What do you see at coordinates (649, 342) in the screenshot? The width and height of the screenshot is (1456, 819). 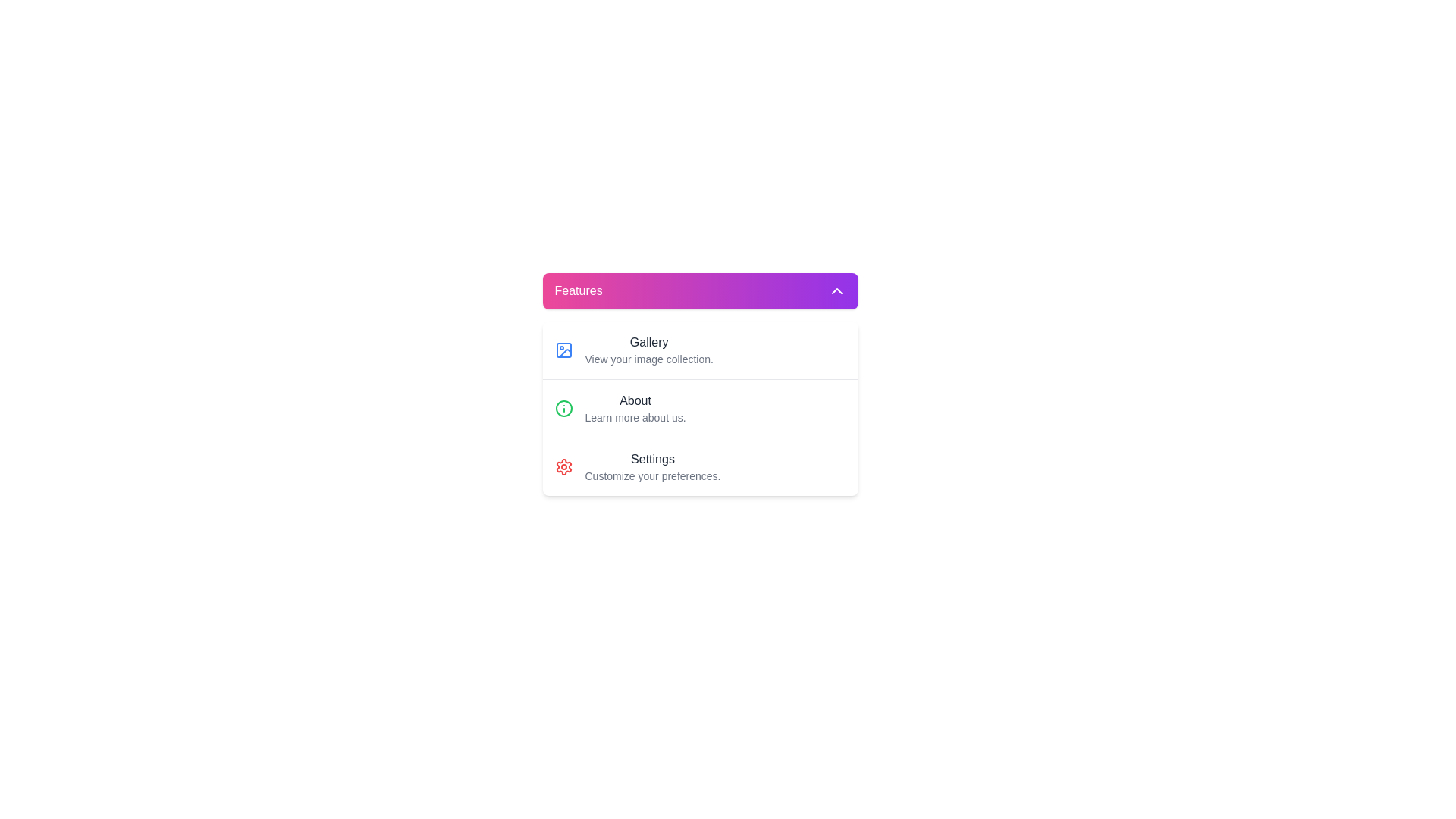 I see `the 'Gallery' text label located at the top of the first item in the dropdown menu under 'Features', which identifies the section for viewing the image collection` at bounding box center [649, 342].